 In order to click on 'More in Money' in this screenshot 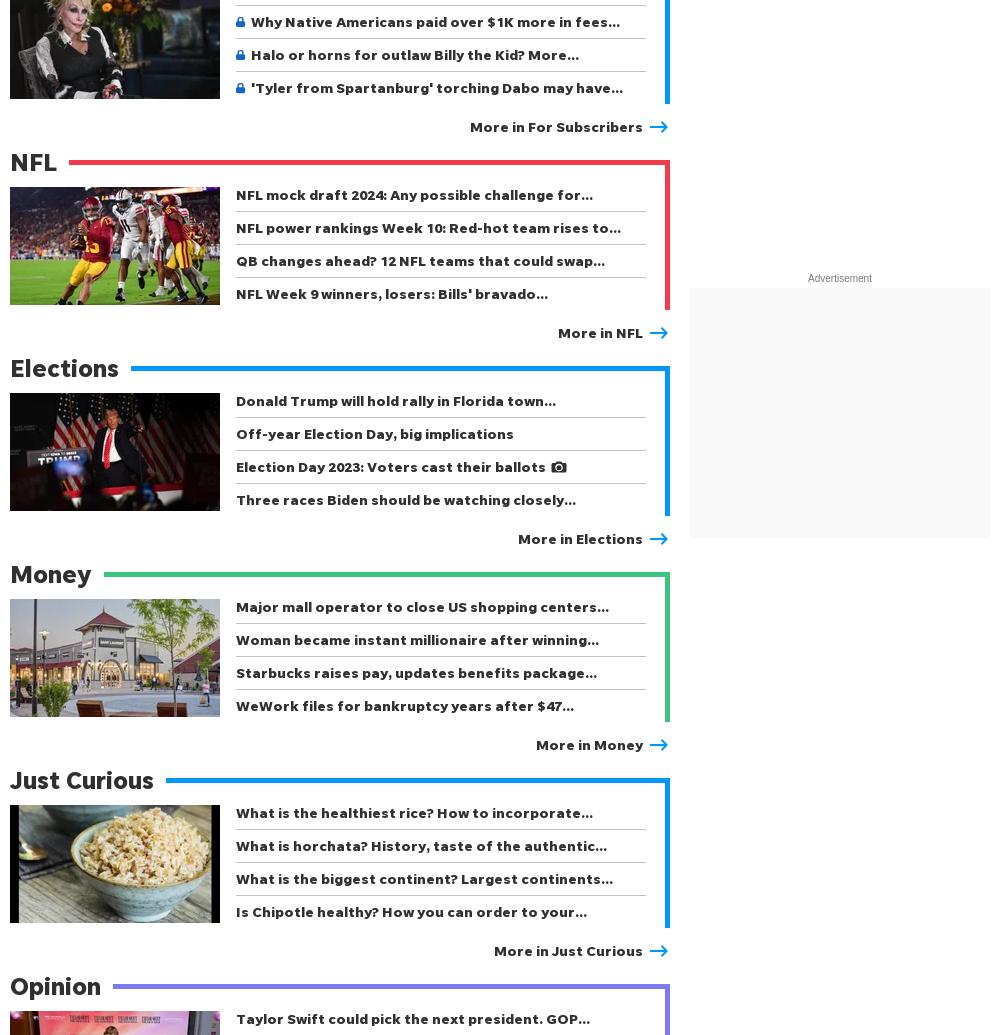, I will do `click(588, 743)`.